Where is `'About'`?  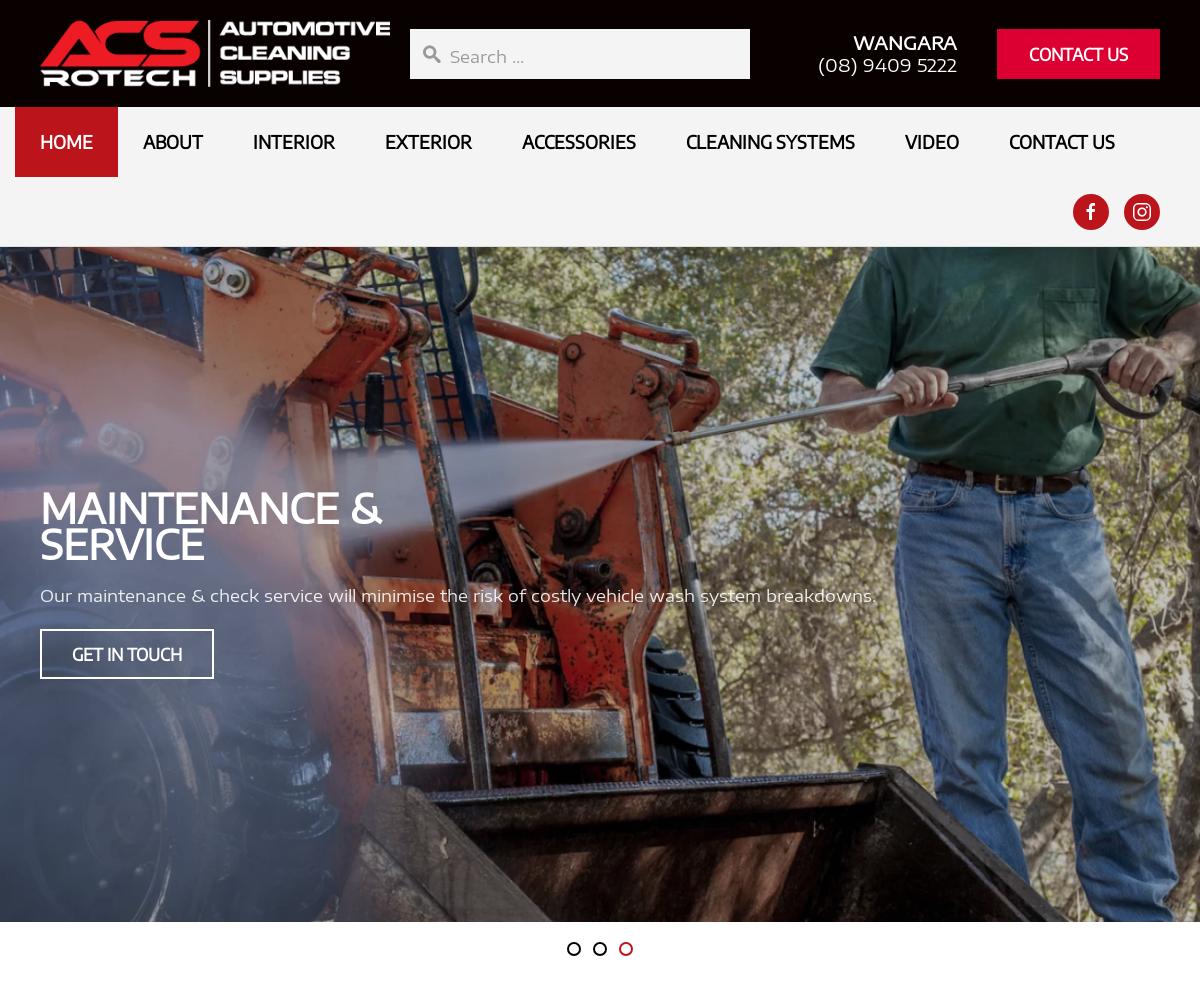
'About' is located at coordinates (172, 141).